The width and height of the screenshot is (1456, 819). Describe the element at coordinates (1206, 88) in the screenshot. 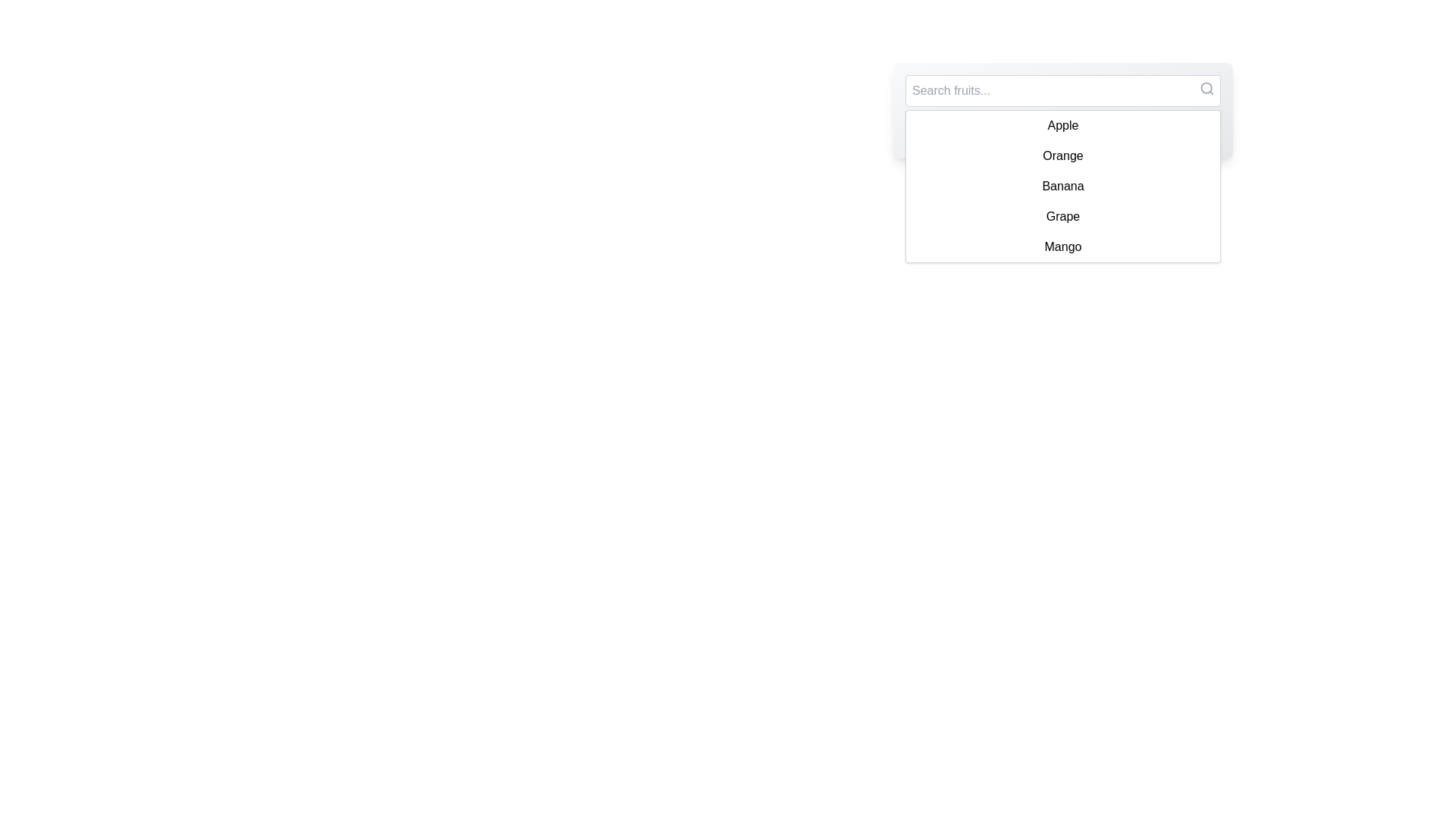

I see `the decorative SVG circle that represents the lens of the classic search icon, which is positioned above the handle of the magnifying glass` at that location.